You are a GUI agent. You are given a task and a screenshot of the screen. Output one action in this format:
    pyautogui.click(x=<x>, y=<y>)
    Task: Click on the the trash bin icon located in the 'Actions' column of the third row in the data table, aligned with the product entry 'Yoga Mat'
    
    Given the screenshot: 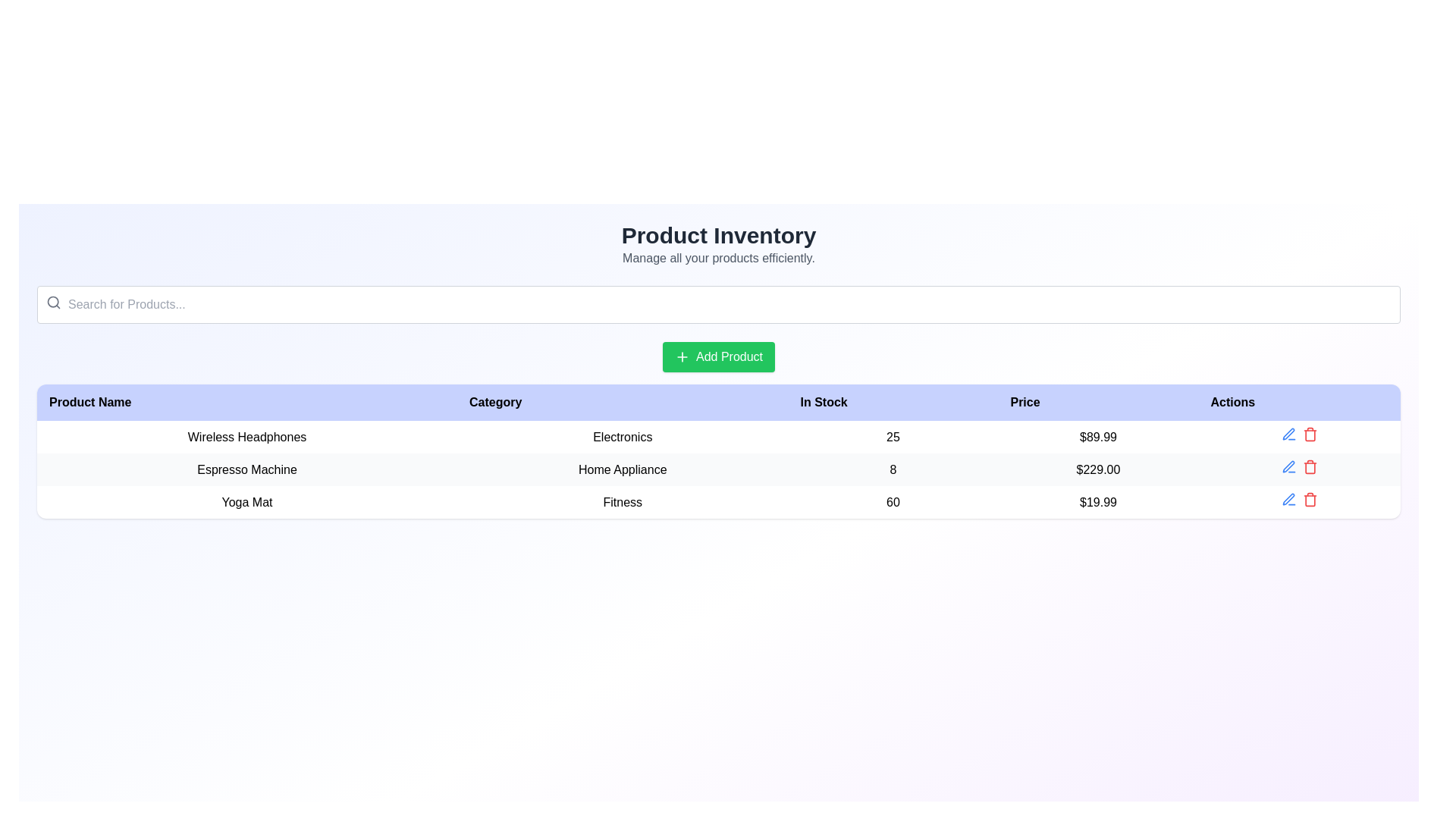 What is the action you would take?
    pyautogui.click(x=1309, y=435)
    